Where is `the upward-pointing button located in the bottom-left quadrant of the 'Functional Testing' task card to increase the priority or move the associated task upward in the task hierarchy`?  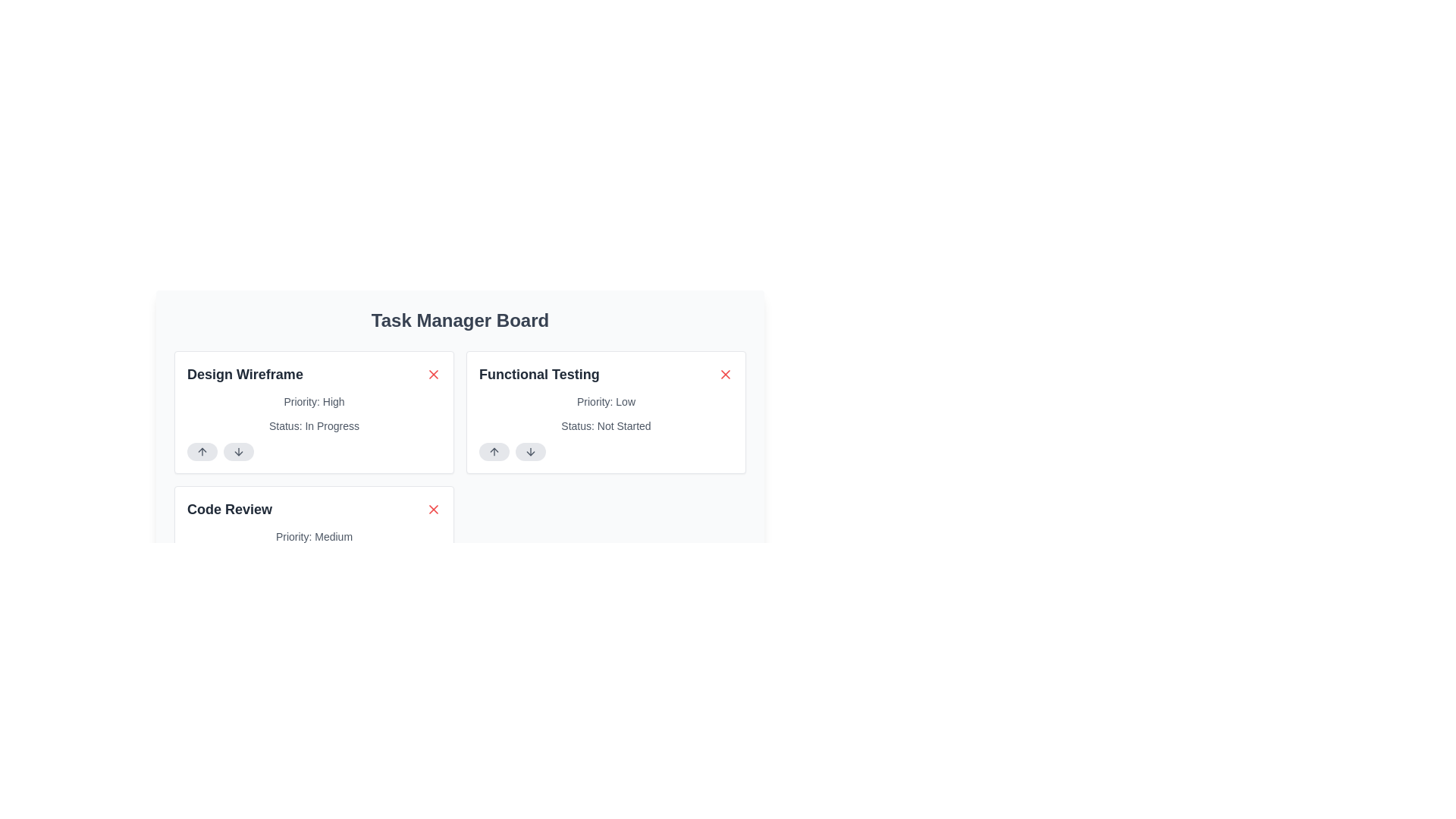
the upward-pointing button located in the bottom-left quadrant of the 'Functional Testing' task card to increase the priority or move the associated task upward in the task hierarchy is located at coordinates (494, 451).